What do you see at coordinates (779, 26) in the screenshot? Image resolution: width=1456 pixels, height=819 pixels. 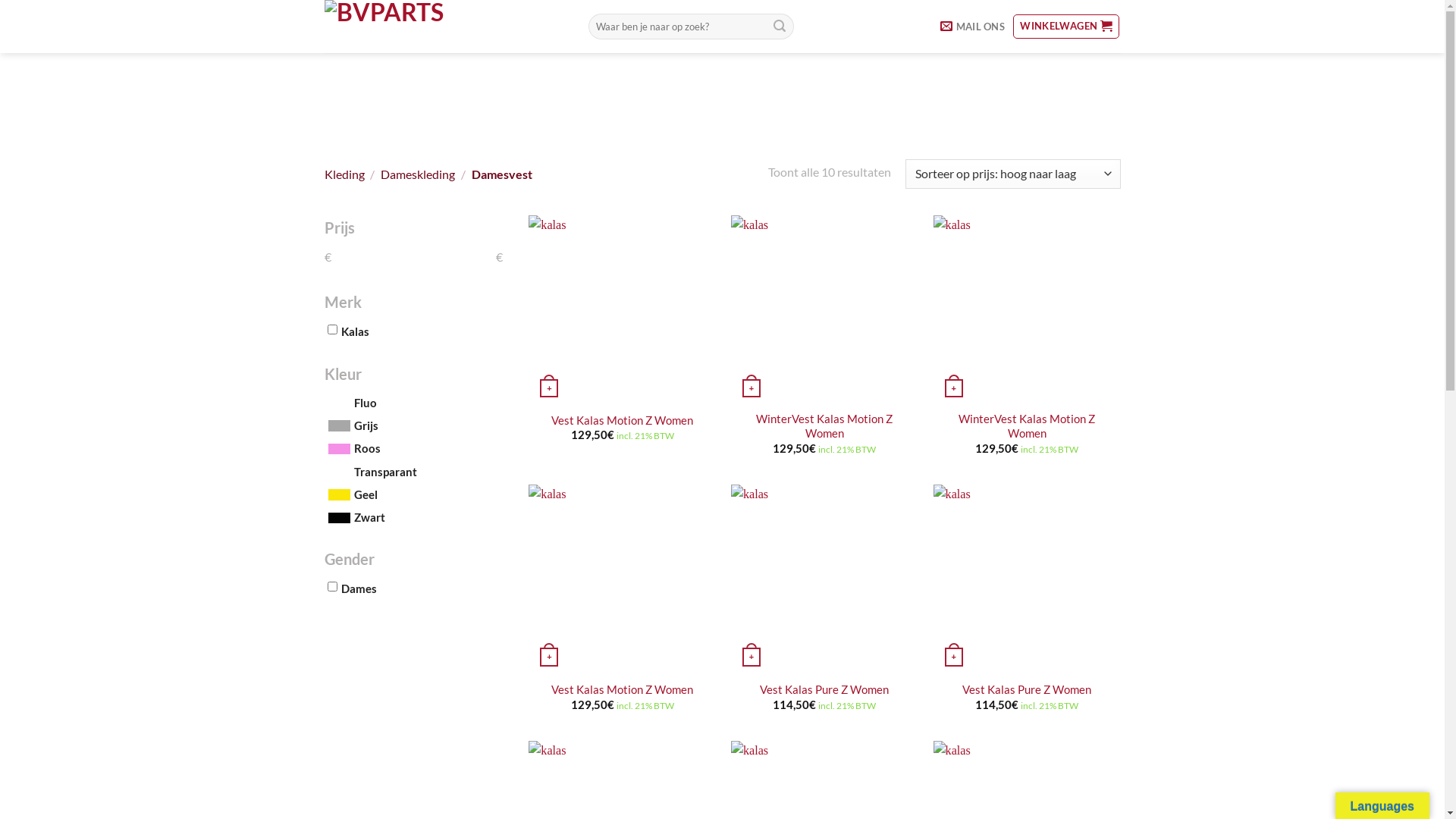 I see `'Zoeken'` at bounding box center [779, 26].